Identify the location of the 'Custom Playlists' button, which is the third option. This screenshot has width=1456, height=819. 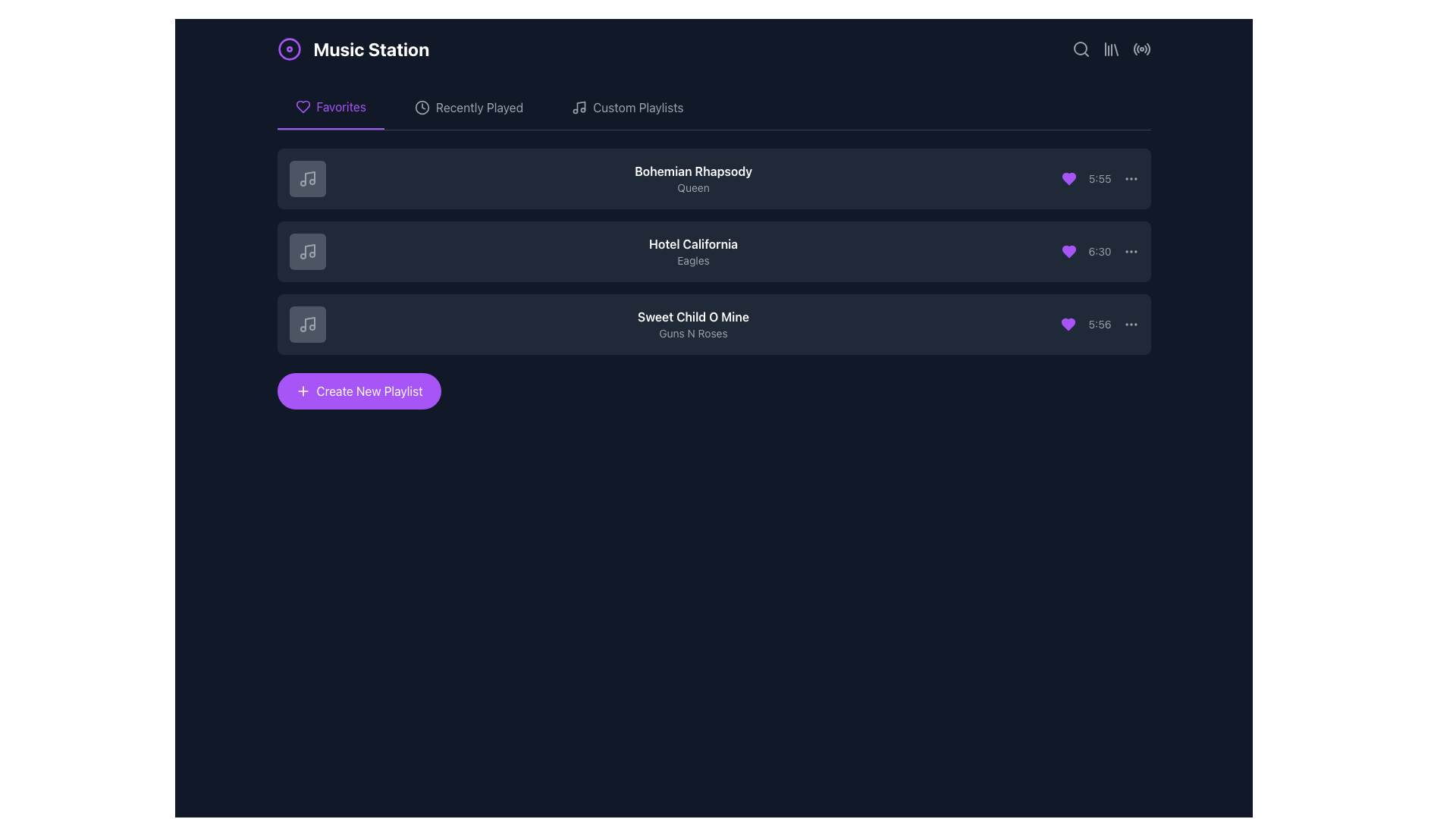
(627, 107).